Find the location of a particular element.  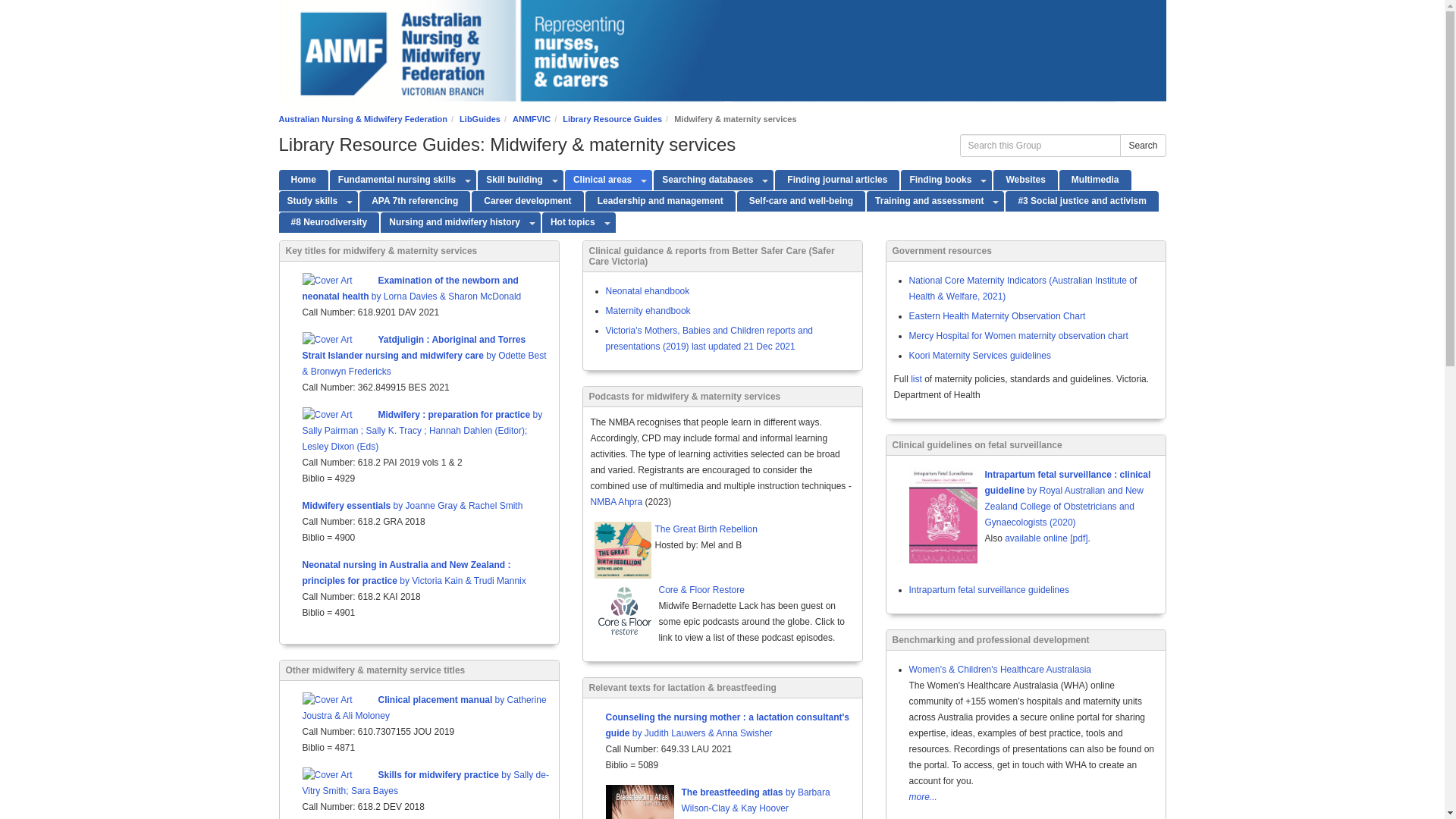

'Websites' is located at coordinates (993, 179).